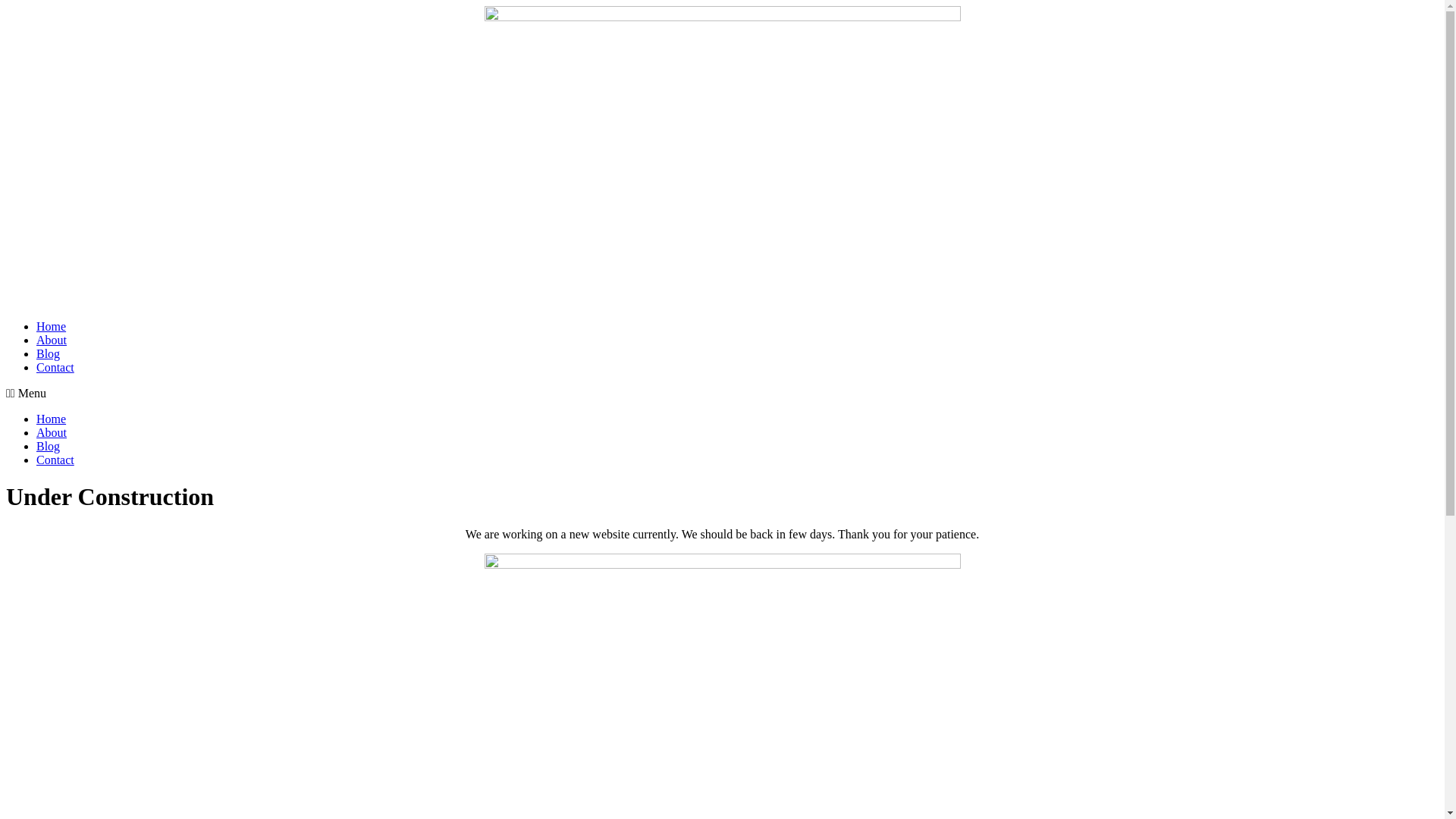 Image resolution: width=1456 pixels, height=819 pixels. Describe the element at coordinates (55, 367) in the screenshot. I see `'Contact'` at that location.